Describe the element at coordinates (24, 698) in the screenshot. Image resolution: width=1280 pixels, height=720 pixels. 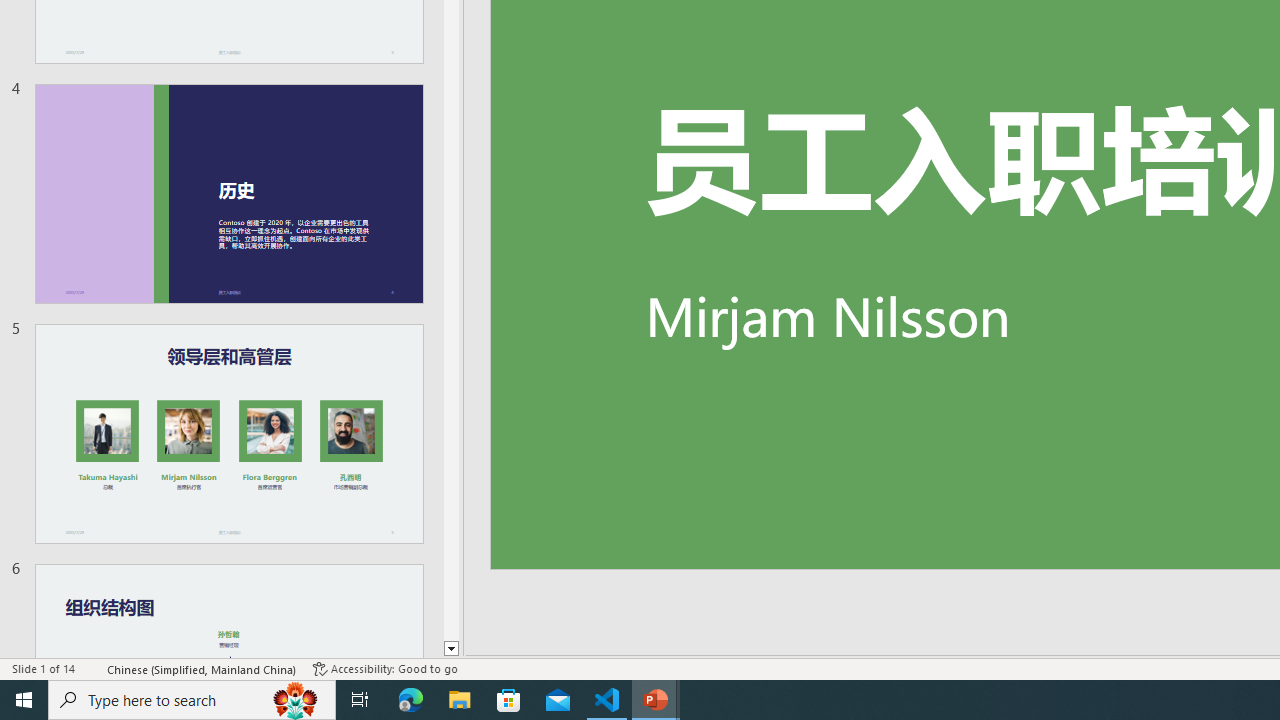
I see `'Start'` at that location.